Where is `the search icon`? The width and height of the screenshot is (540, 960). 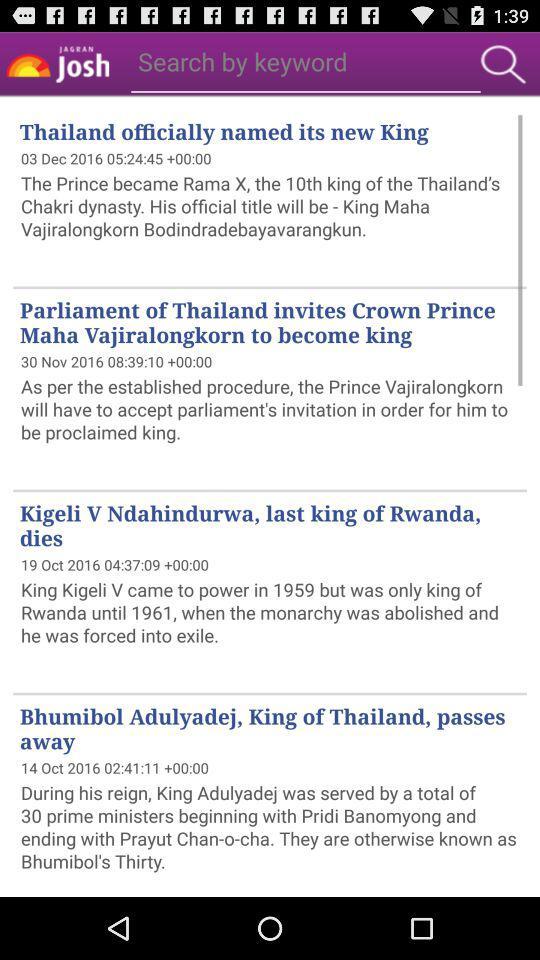 the search icon is located at coordinates (502, 68).